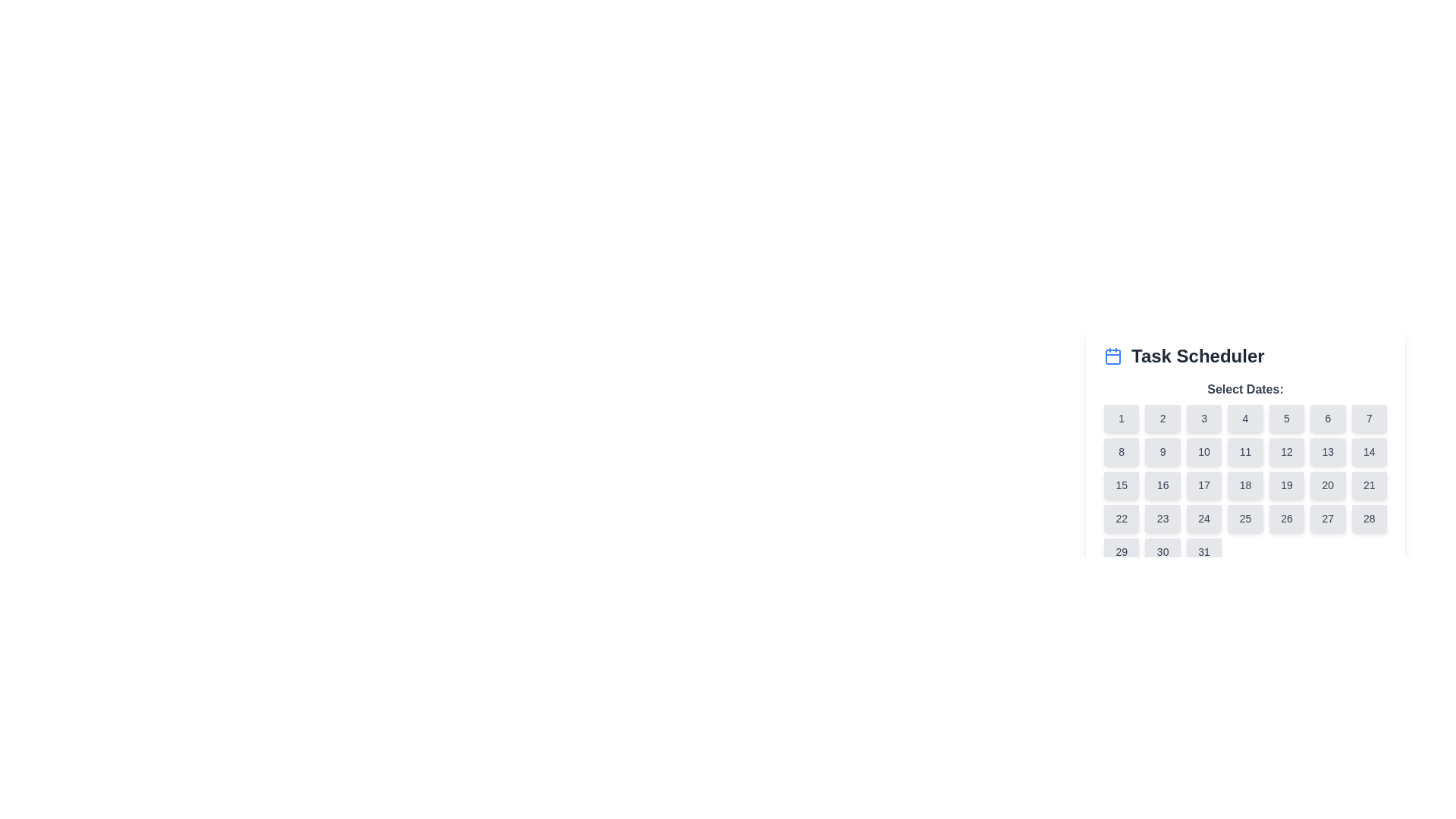 Image resolution: width=1456 pixels, height=819 pixels. I want to click on the calendar day selection button for date '25' located in the 'Task Scheduler' section, so click(1245, 517).